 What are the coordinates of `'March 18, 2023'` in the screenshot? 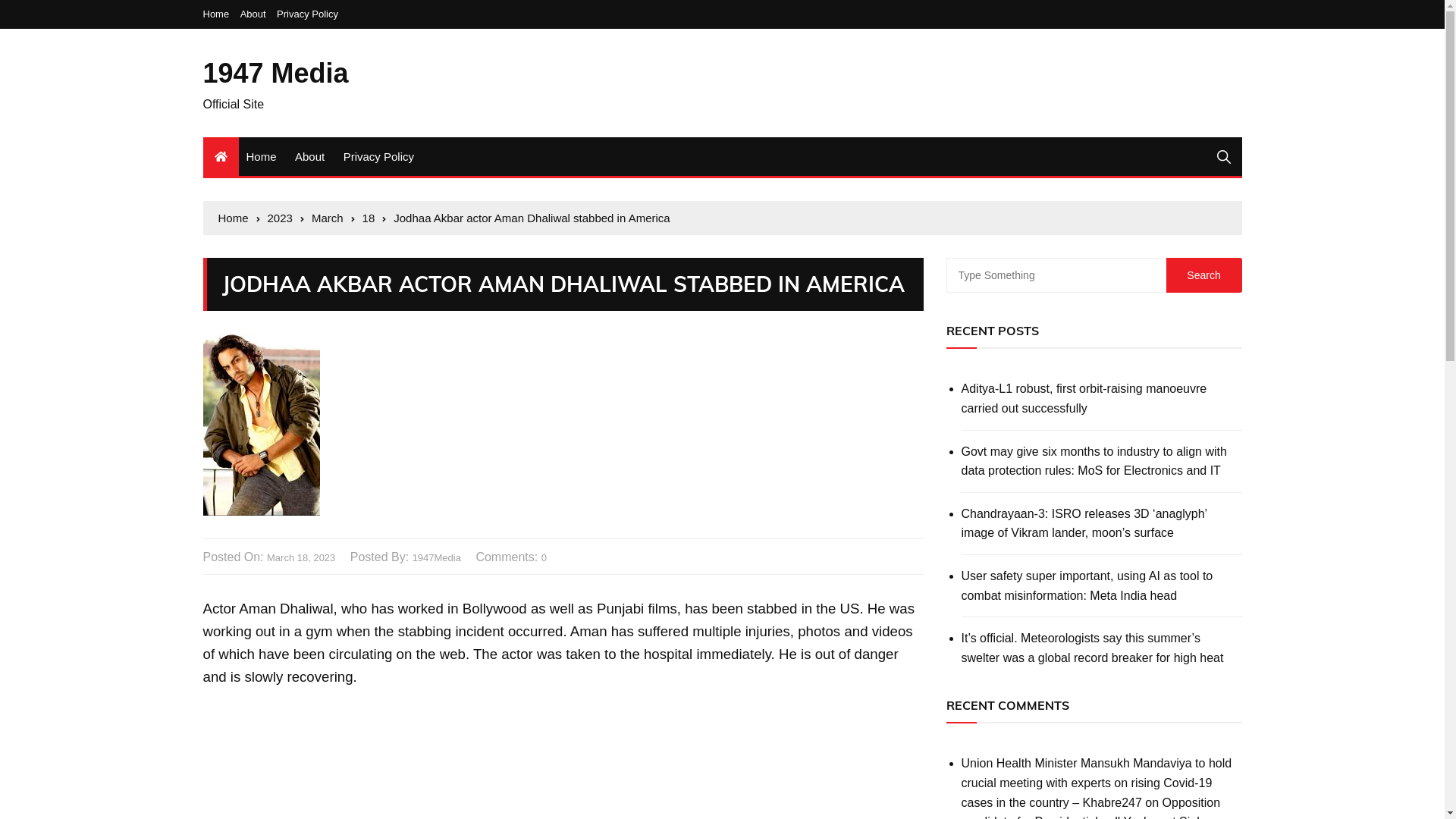 It's located at (266, 558).